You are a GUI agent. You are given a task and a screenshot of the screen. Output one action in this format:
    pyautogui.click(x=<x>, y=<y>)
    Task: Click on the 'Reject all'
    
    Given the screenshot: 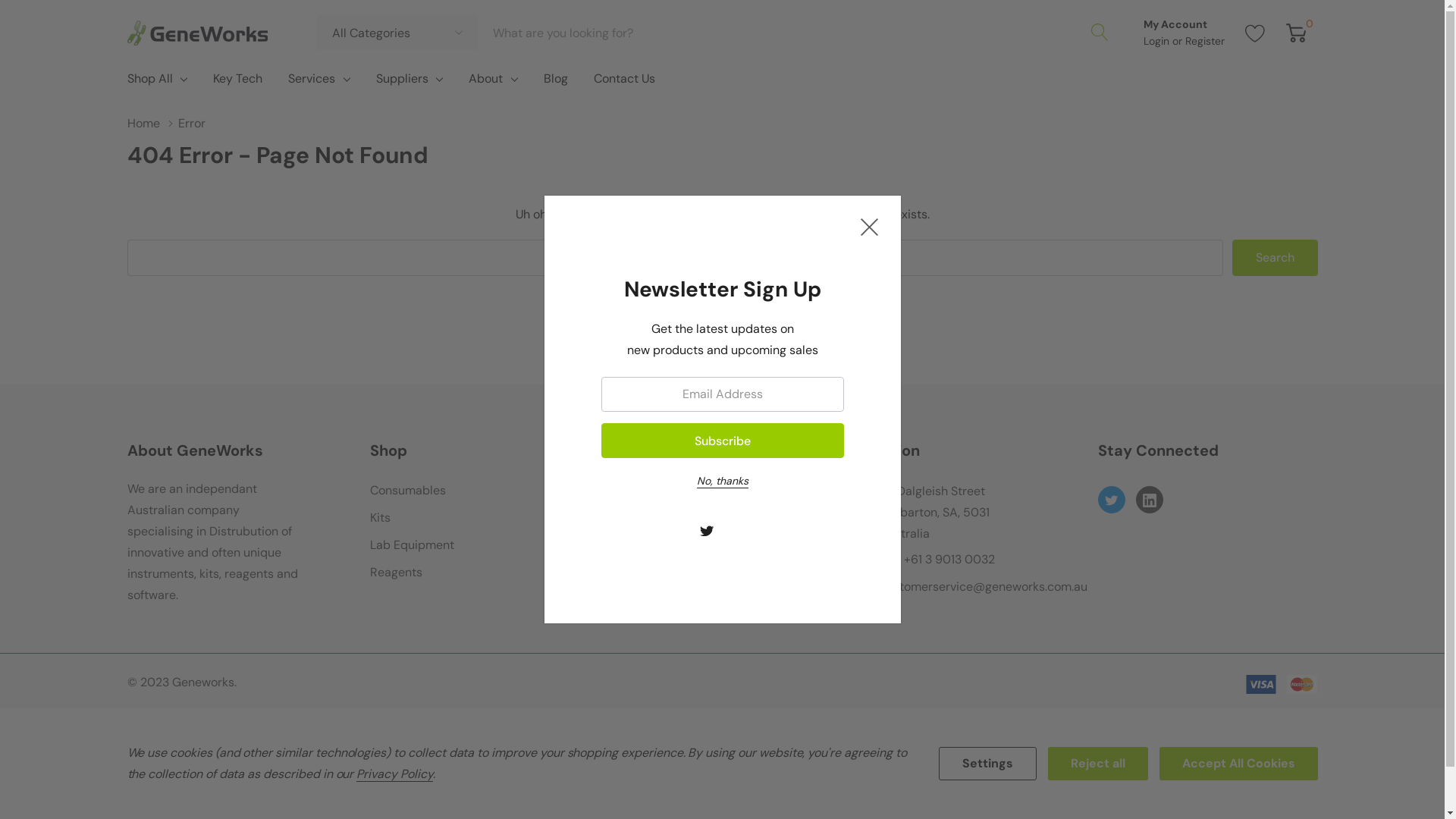 What is the action you would take?
    pyautogui.click(x=1098, y=763)
    